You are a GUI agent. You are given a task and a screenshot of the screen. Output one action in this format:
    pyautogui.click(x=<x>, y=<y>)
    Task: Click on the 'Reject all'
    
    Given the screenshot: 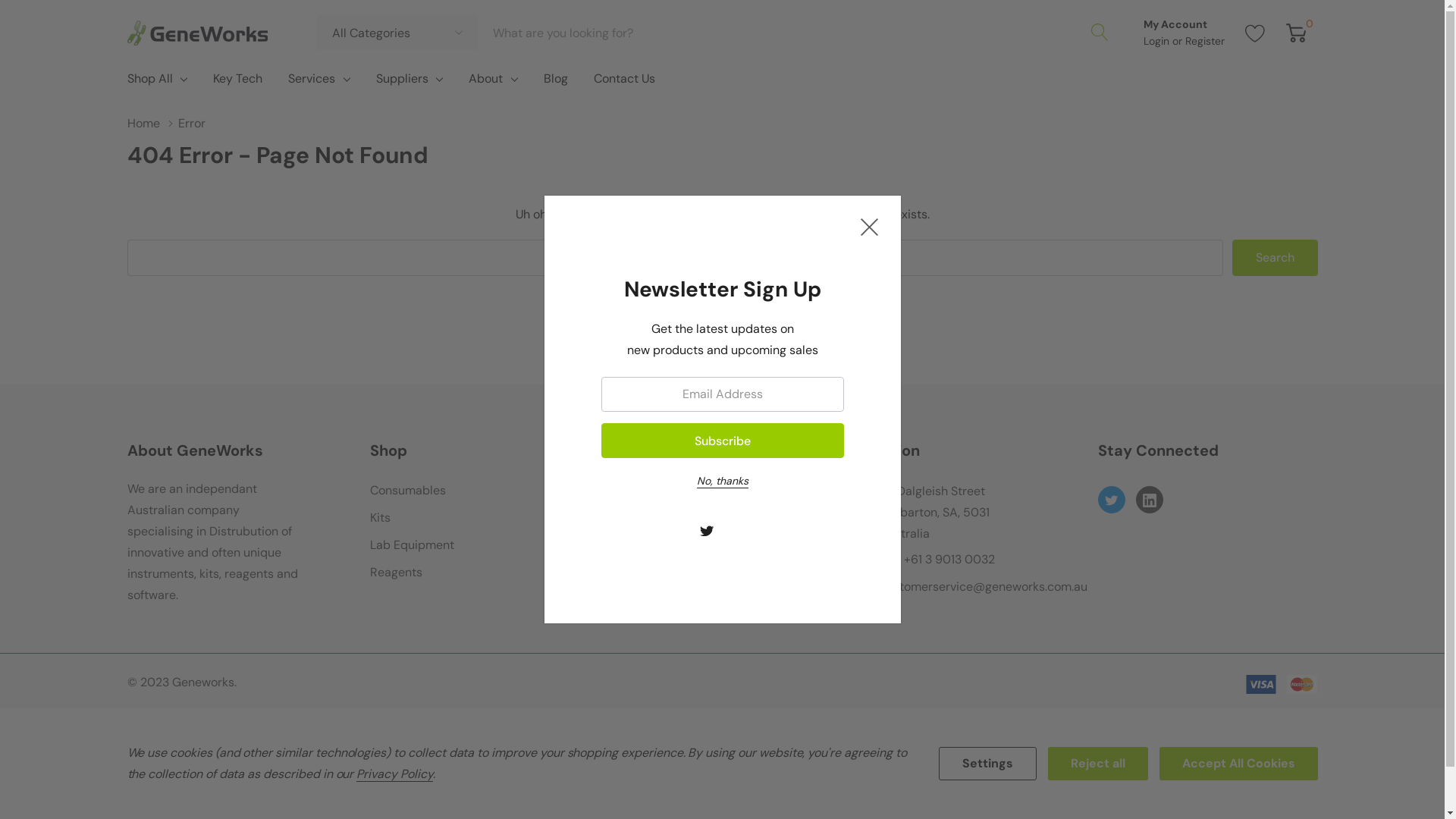 What is the action you would take?
    pyautogui.click(x=1098, y=763)
    